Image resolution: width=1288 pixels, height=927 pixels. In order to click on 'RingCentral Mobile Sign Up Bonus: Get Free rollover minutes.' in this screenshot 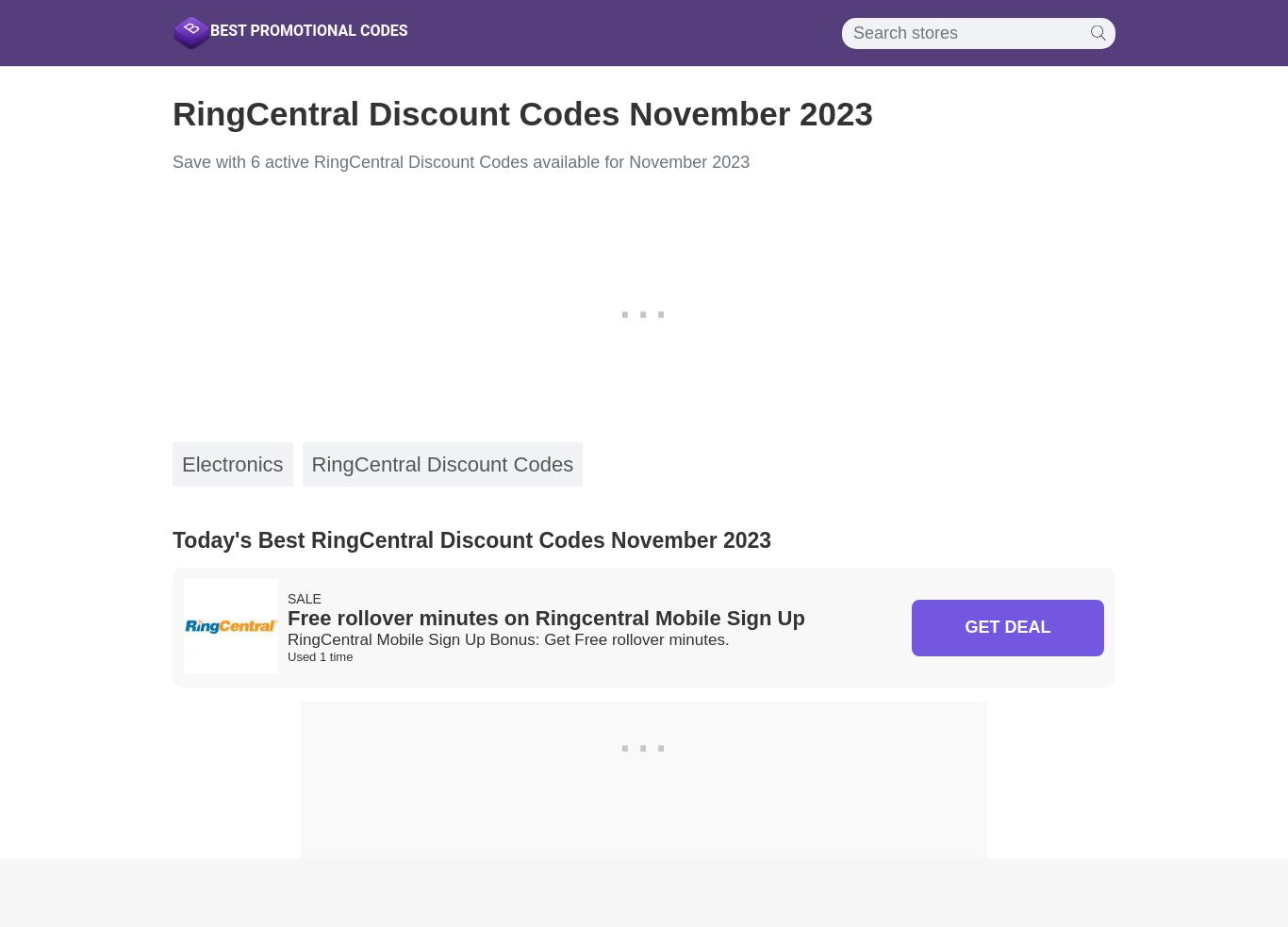, I will do `click(508, 638)`.